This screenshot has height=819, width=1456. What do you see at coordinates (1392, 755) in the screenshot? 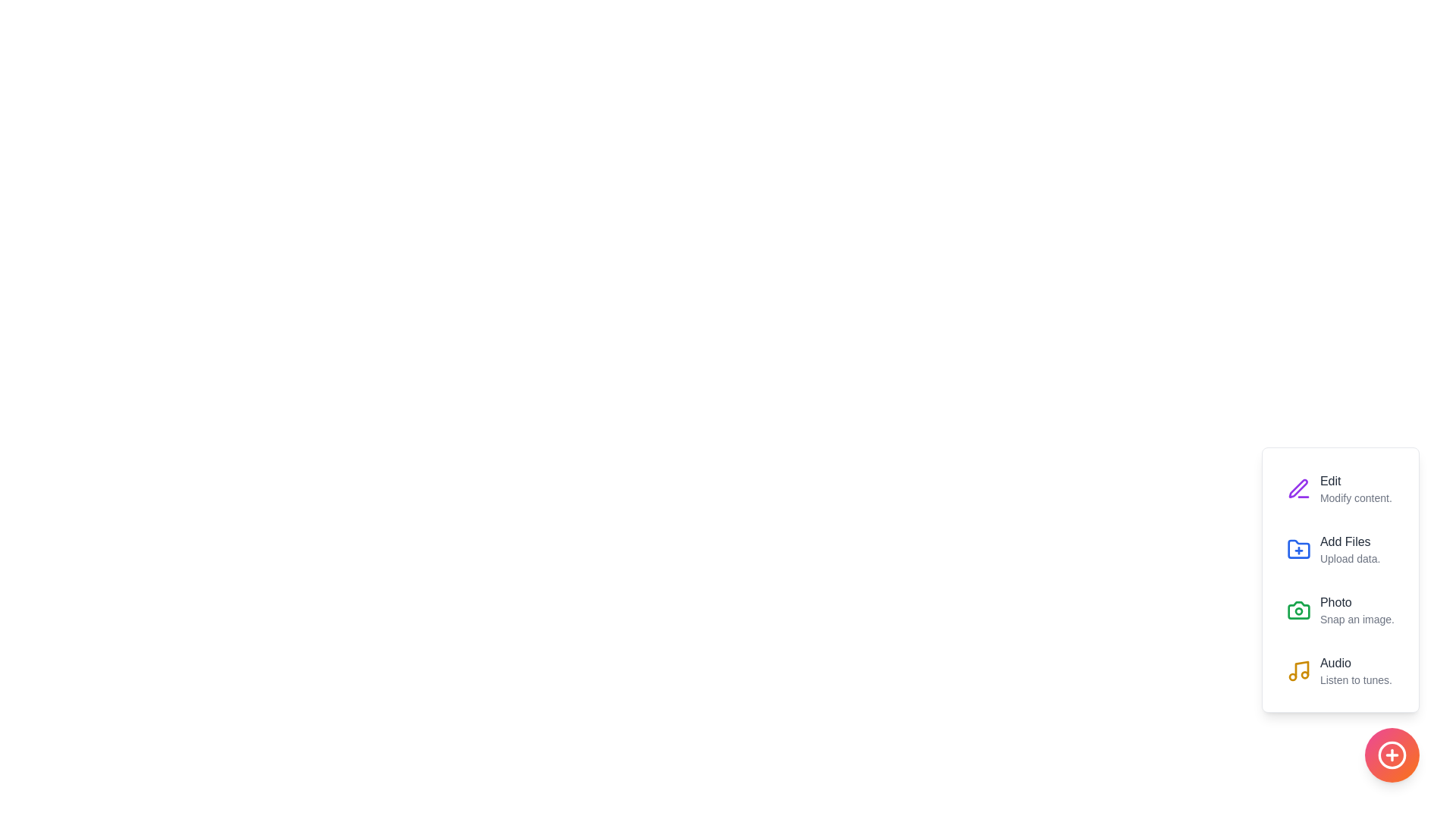
I see `the circular button to toggle the visibility of the action menu` at bounding box center [1392, 755].